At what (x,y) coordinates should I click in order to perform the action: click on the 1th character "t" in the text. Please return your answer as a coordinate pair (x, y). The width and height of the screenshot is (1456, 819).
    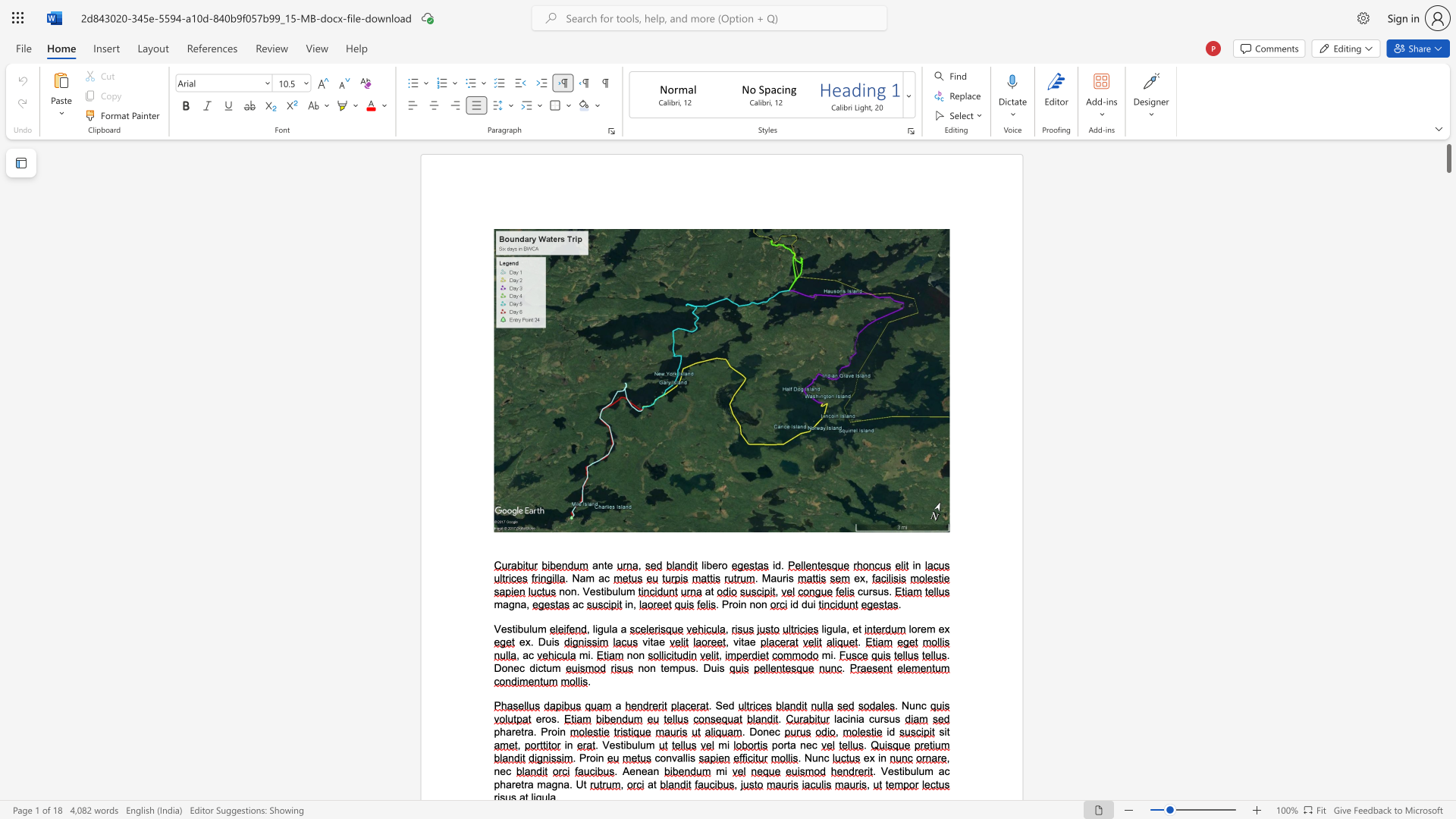
    Looking at the image, I should click on (789, 744).